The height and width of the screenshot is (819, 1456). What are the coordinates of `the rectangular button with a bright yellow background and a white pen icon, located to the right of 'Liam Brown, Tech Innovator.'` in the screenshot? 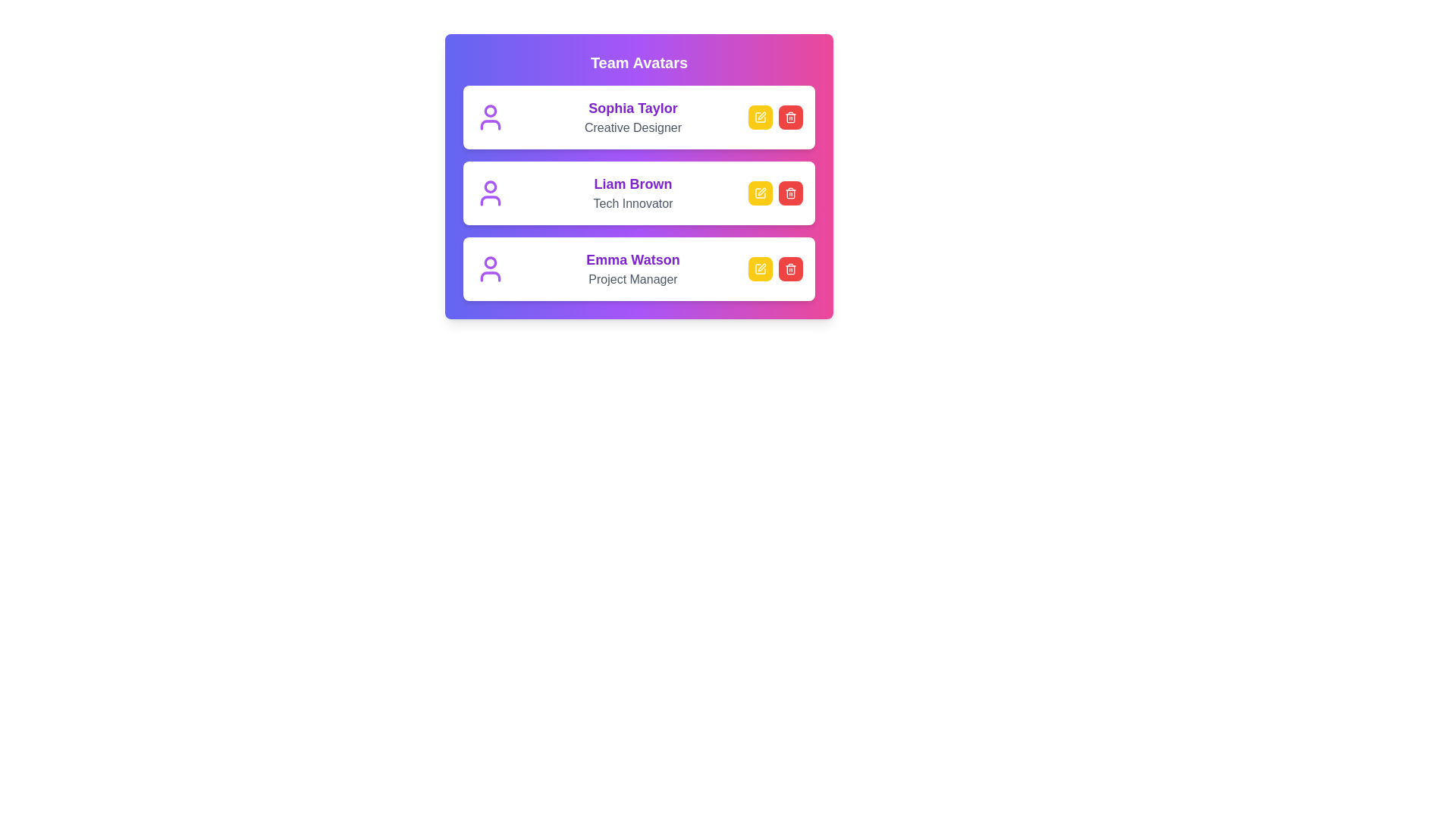 It's located at (761, 192).